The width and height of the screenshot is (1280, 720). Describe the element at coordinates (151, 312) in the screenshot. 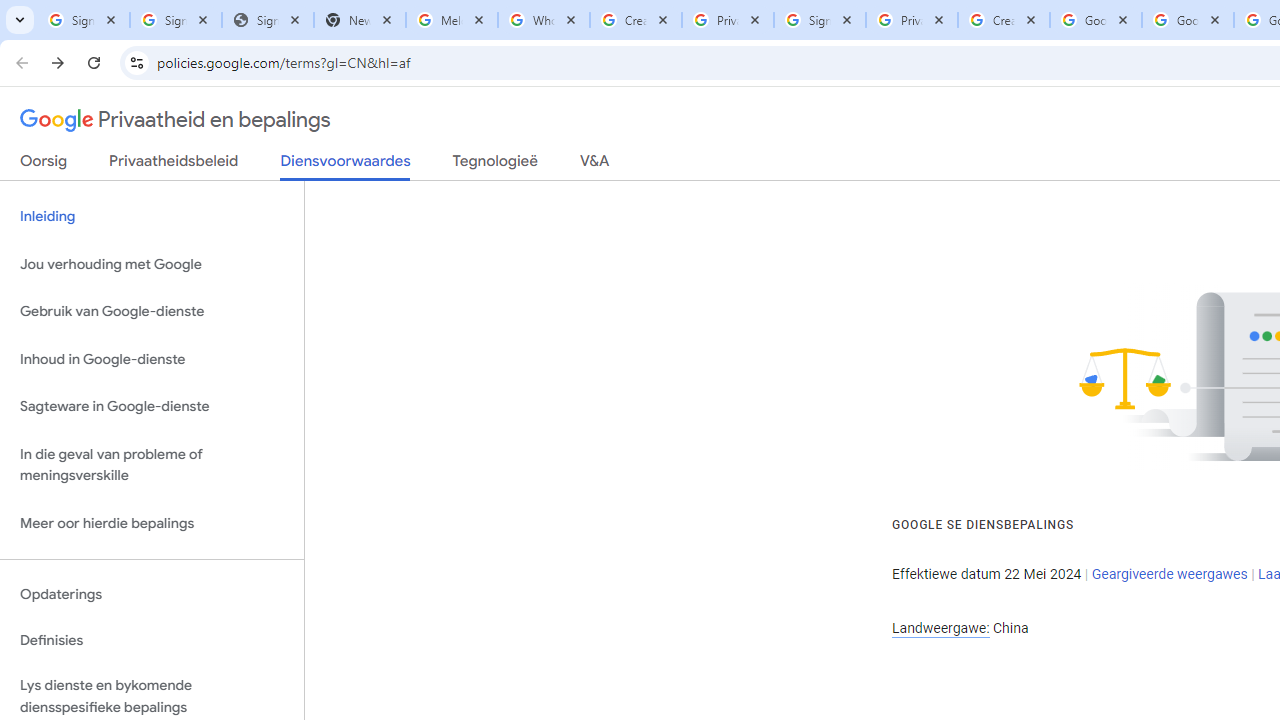

I see `'Gebruik van Google-dienste'` at that location.